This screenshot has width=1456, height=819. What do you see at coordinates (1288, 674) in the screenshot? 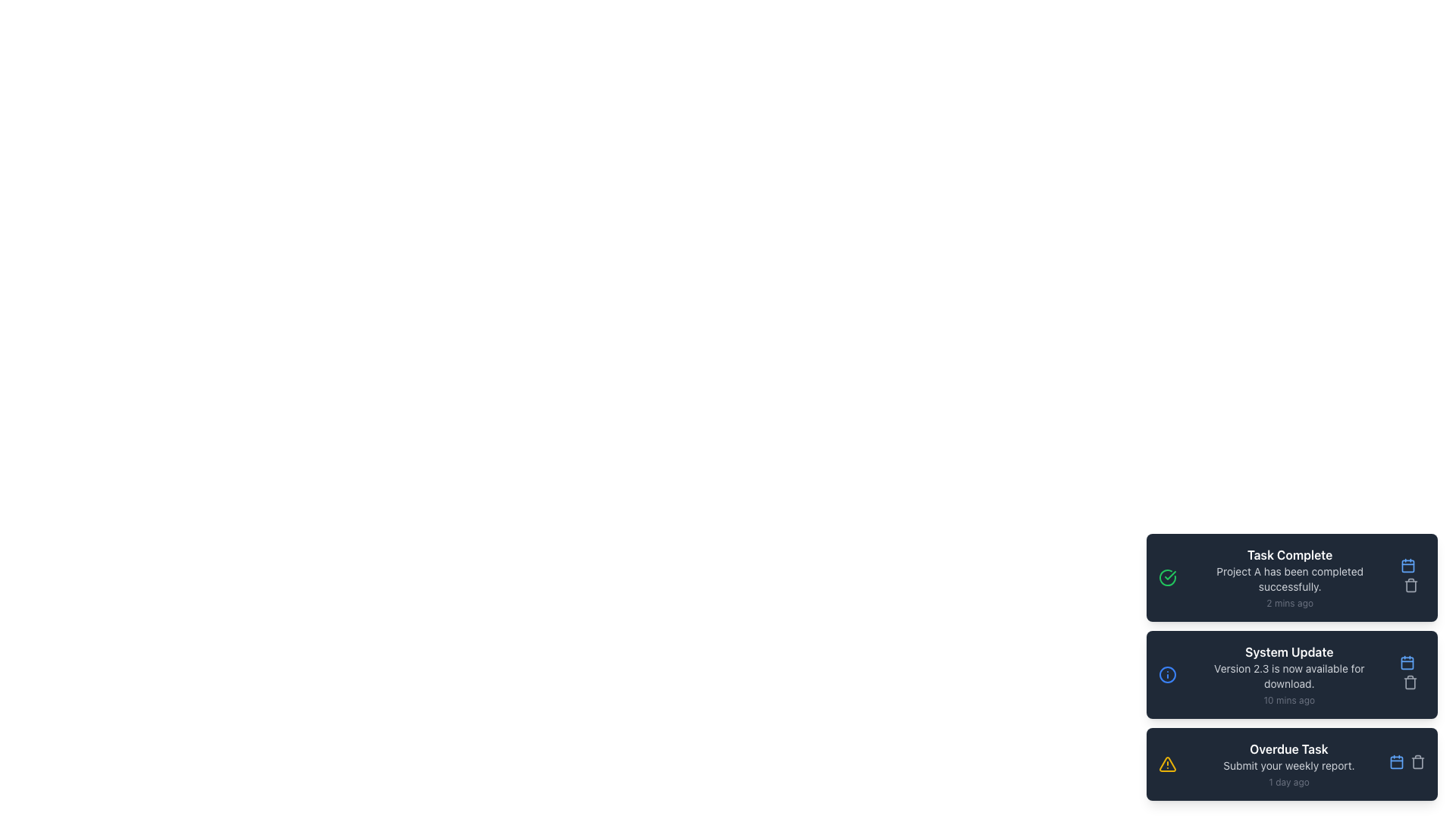
I see `the Text-based notification box that displays 'System Update'` at bounding box center [1288, 674].